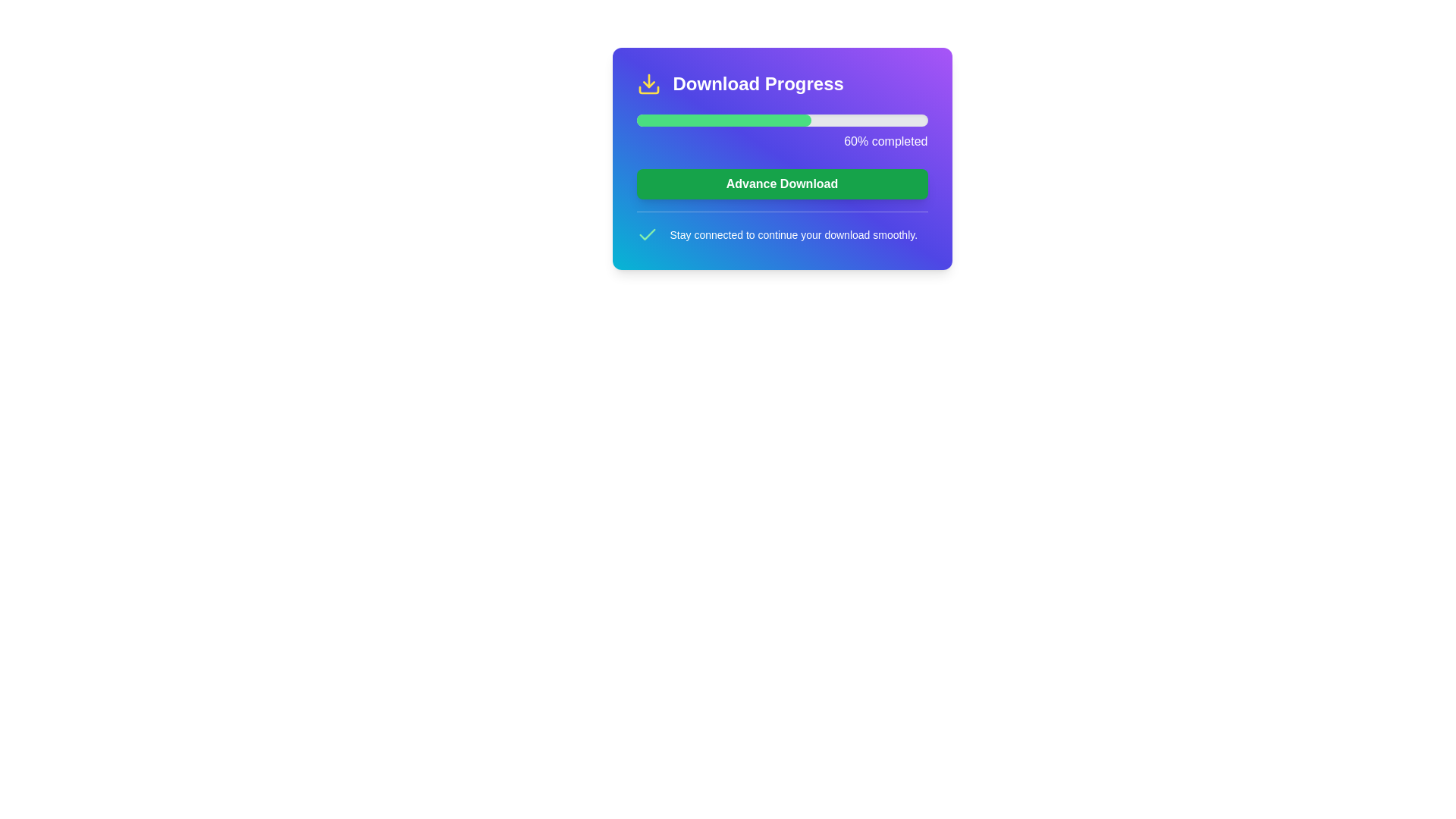 The width and height of the screenshot is (1456, 819). What do you see at coordinates (647, 234) in the screenshot?
I see `the green checkmark icon located near the top-left corner of the rectangular card UI component, which is nested within an SVG element close to the text 'Download Progress'` at bounding box center [647, 234].